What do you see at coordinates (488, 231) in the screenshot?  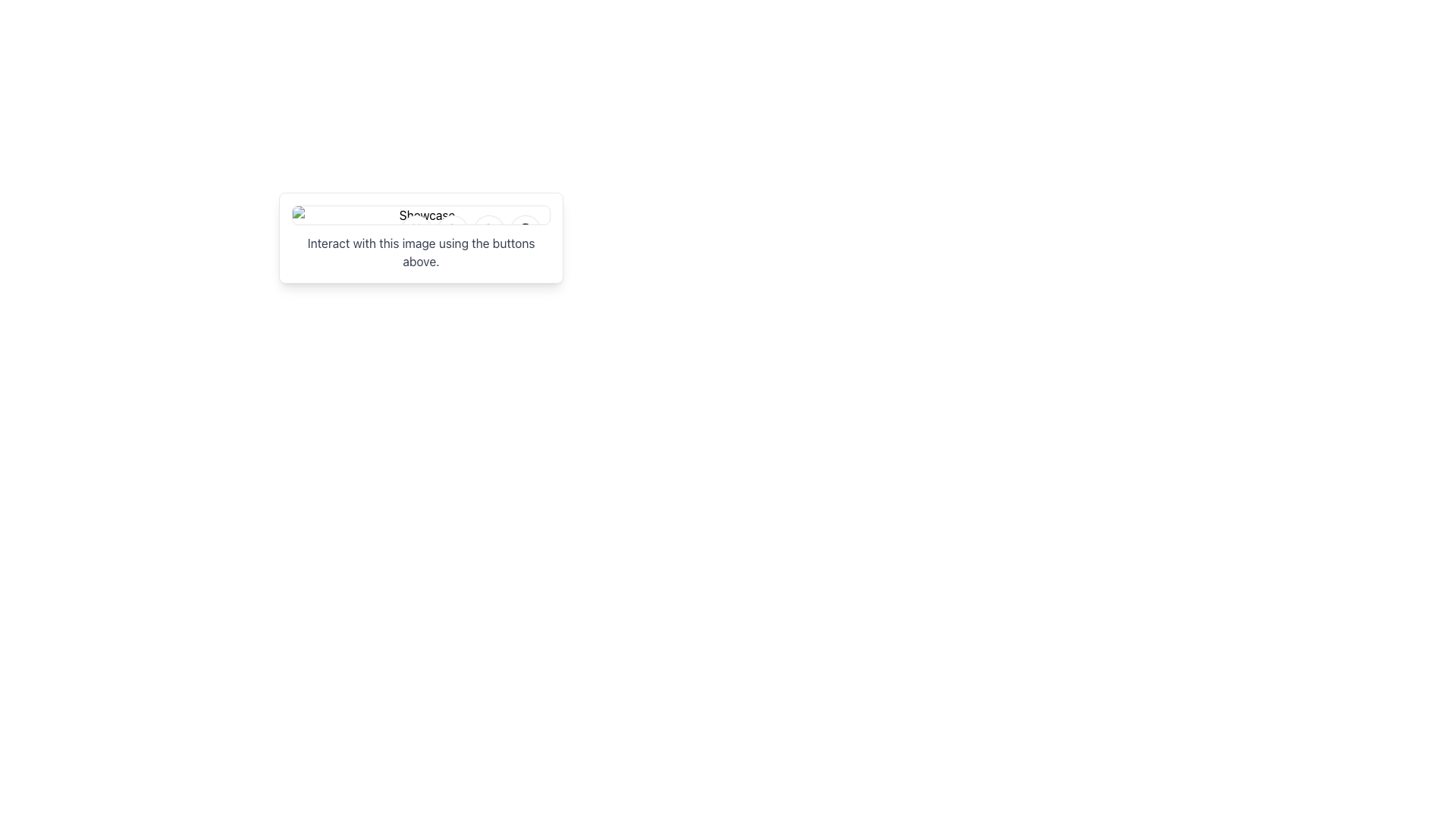 I see `the circular icon with a magnifying glass and minus sign inside it, located in the center of a white button` at bounding box center [488, 231].